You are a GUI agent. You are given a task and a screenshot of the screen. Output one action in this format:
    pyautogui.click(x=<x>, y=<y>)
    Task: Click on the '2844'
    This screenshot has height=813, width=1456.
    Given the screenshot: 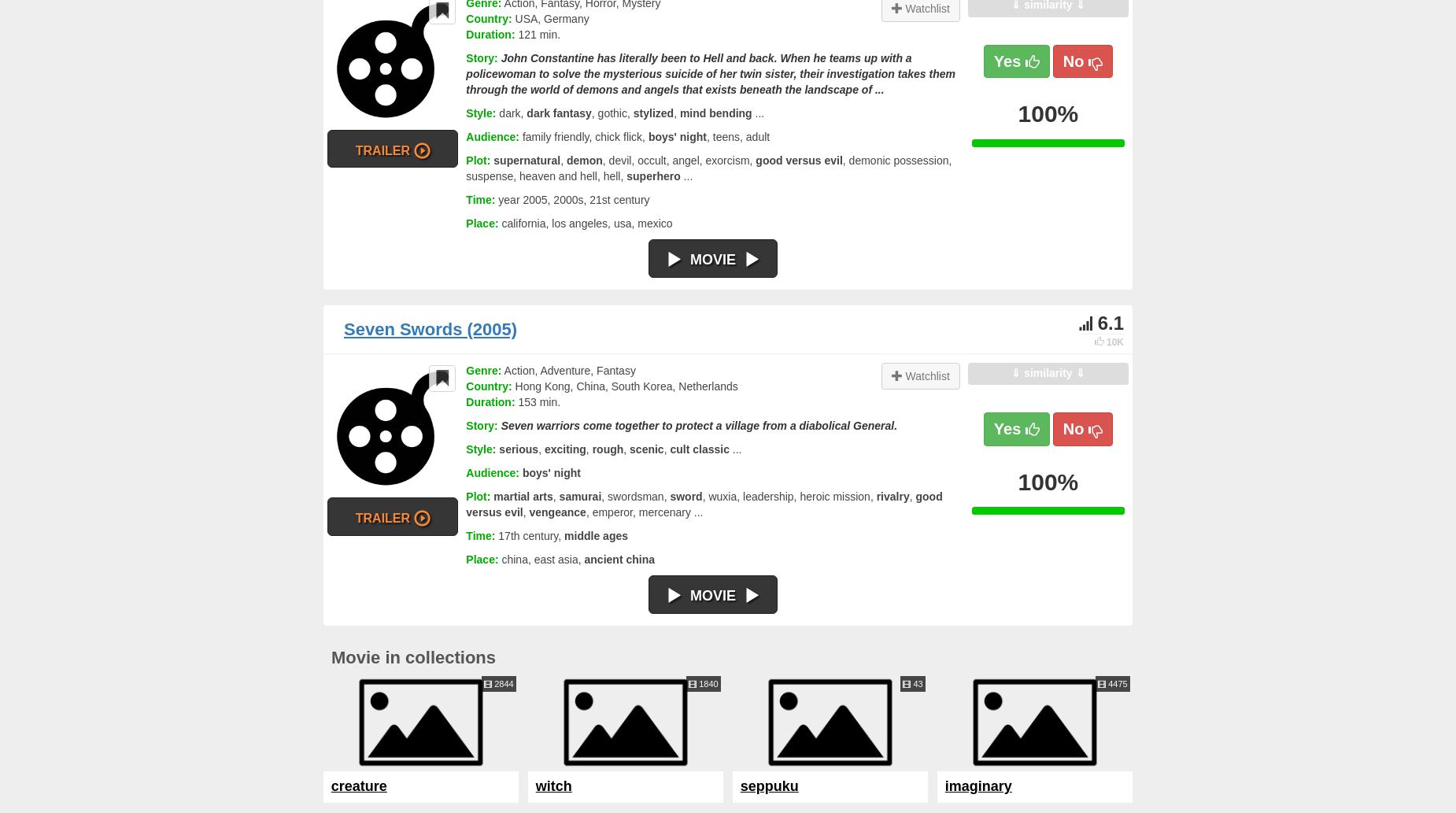 What is the action you would take?
    pyautogui.click(x=502, y=682)
    